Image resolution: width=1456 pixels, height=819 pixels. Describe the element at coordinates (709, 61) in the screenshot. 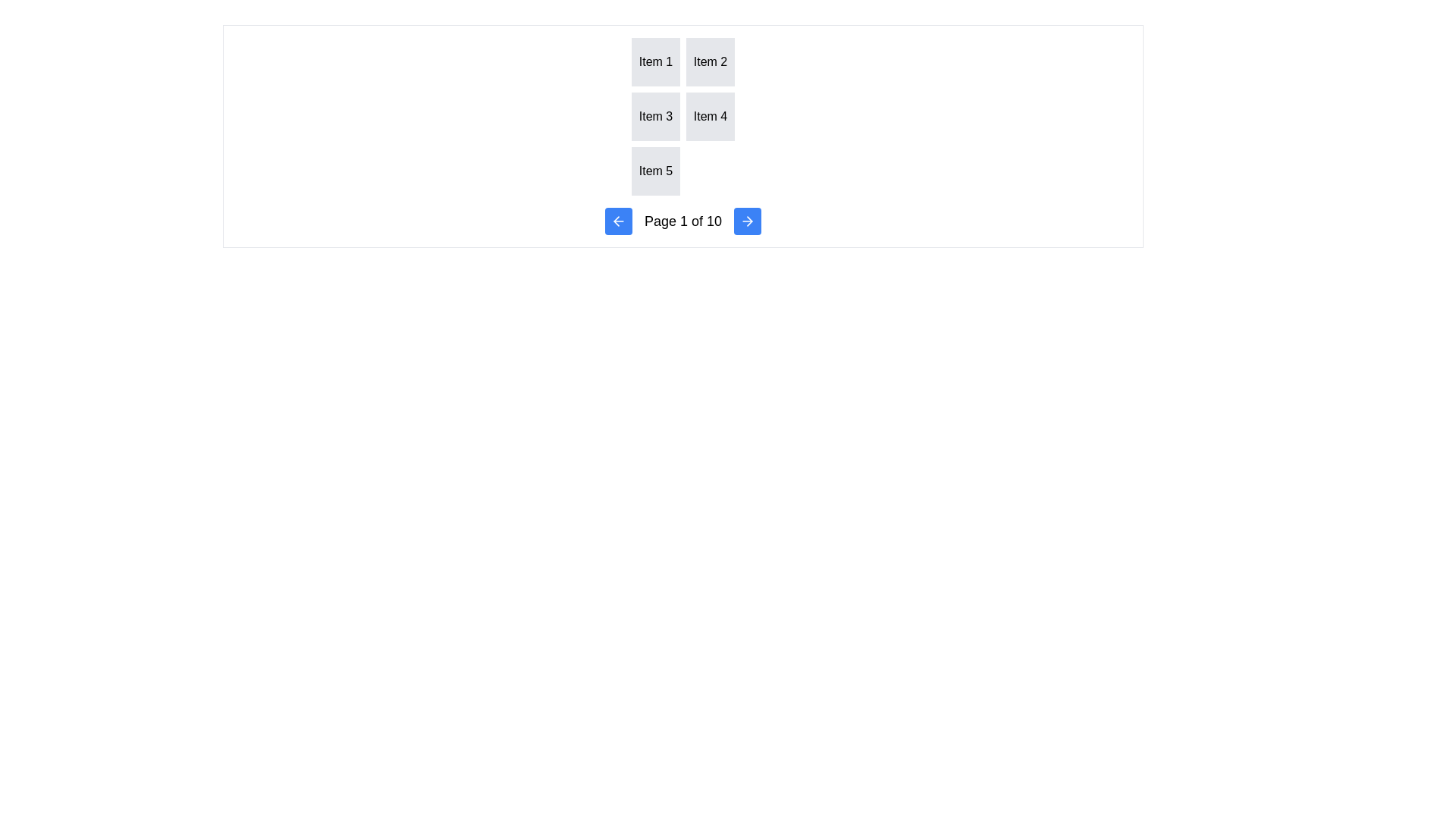

I see `the square-shaped box labeled 'Item 2', which has a light gray background and is styled to appear clickable, located in the first row, second column of the grid layout` at that location.